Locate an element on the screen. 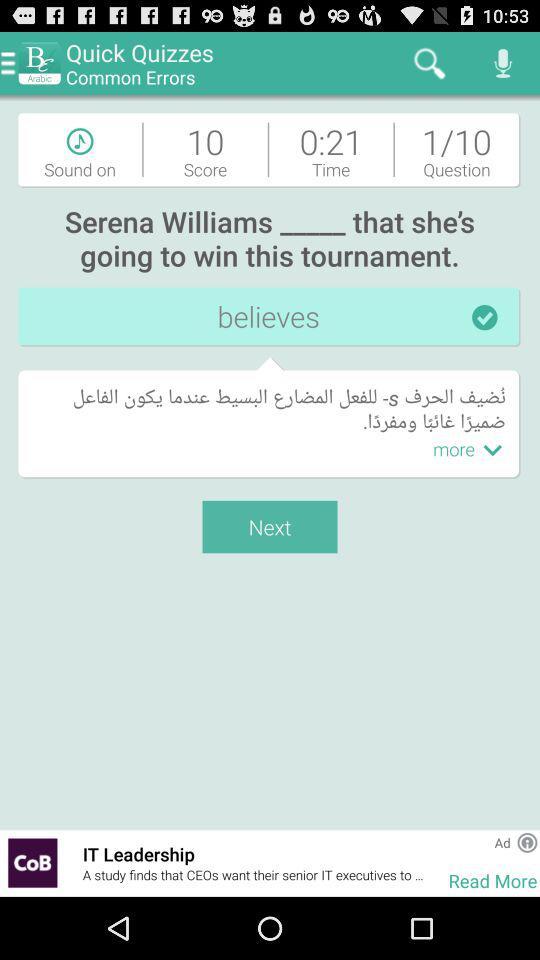 The height and width of the screenshot is (960, 540). show advertisement info is located at coordinates (527, 841).